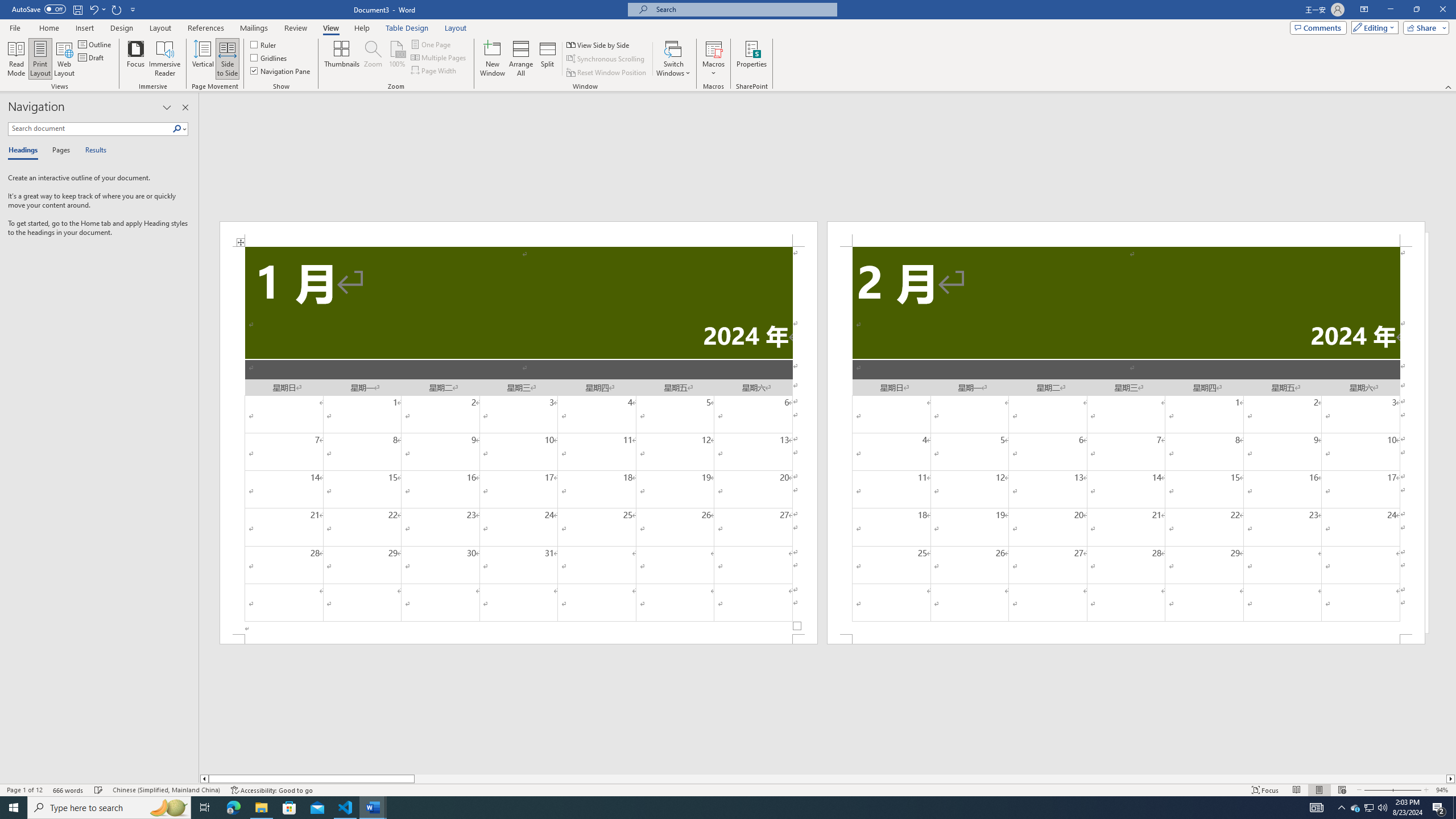 The height and width of the screenshot is (819, 1456). What do you see at coordinates (24, 790) in the screenshot?
I see `'Page Number Page 1 of 12'` at bounding box center [24, 790].